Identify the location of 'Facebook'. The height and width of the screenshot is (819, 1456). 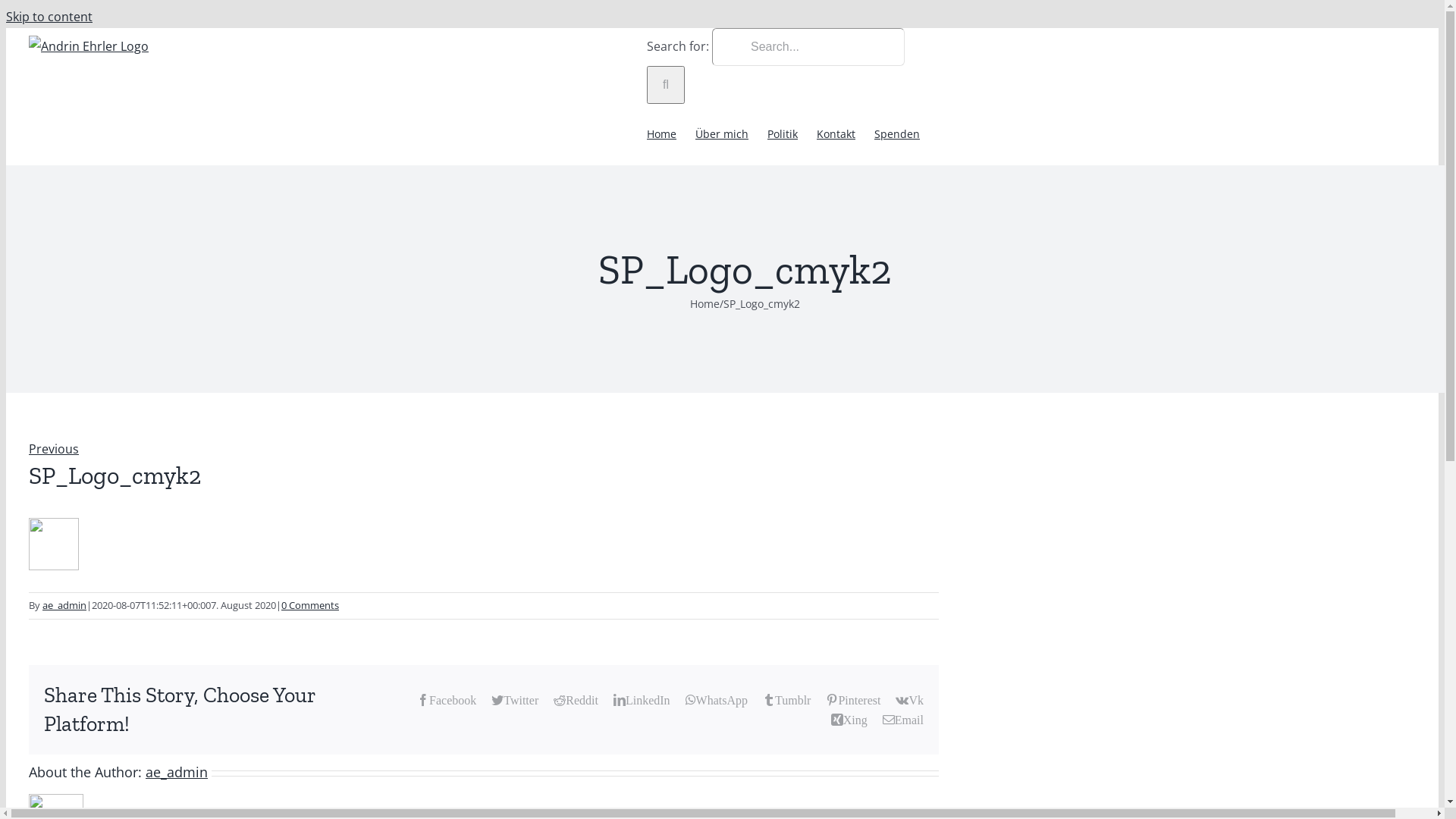
(446, 699).